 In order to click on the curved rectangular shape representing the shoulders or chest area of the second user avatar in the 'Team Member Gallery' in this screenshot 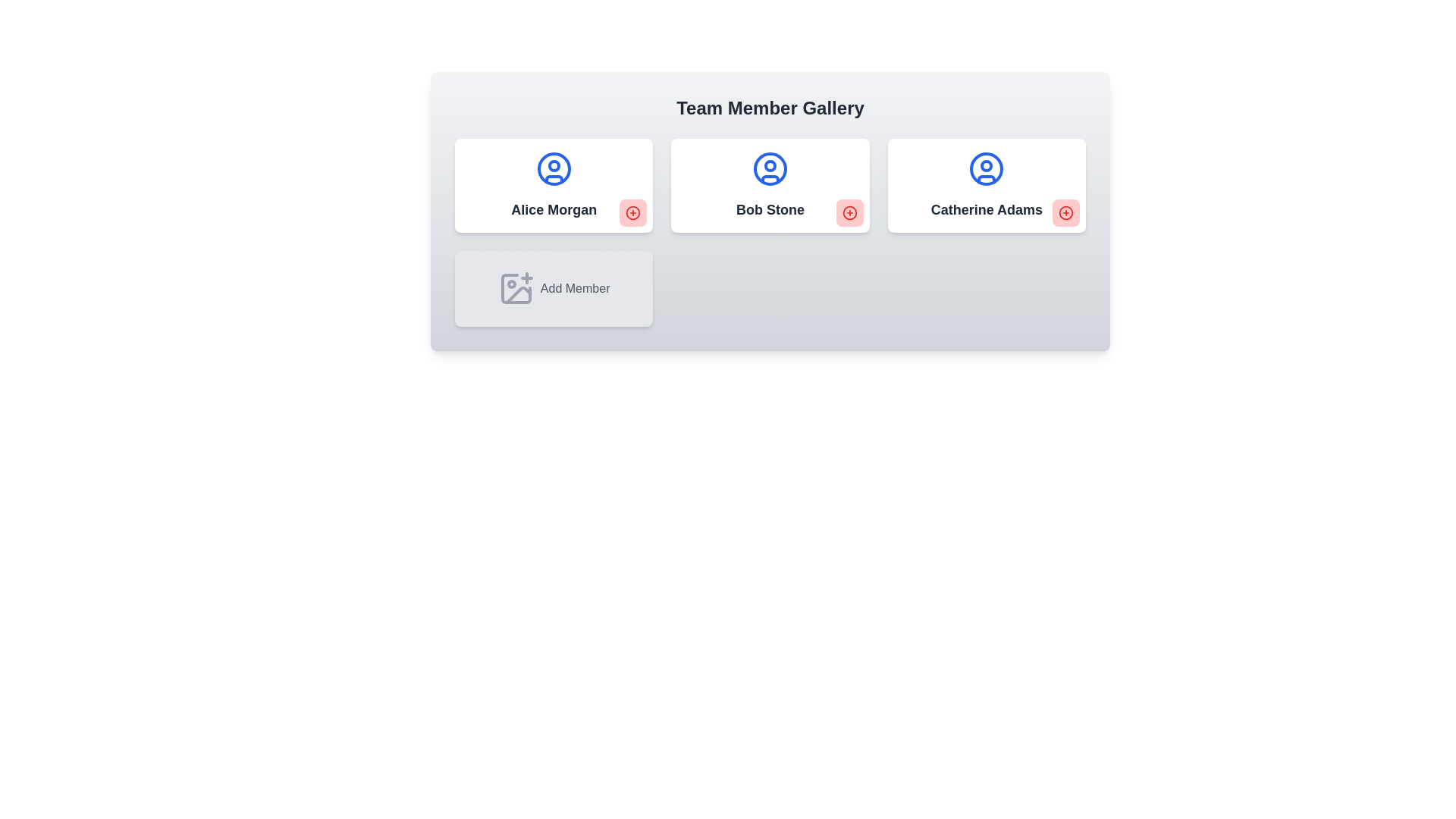, I will do `click(770, 178)`.